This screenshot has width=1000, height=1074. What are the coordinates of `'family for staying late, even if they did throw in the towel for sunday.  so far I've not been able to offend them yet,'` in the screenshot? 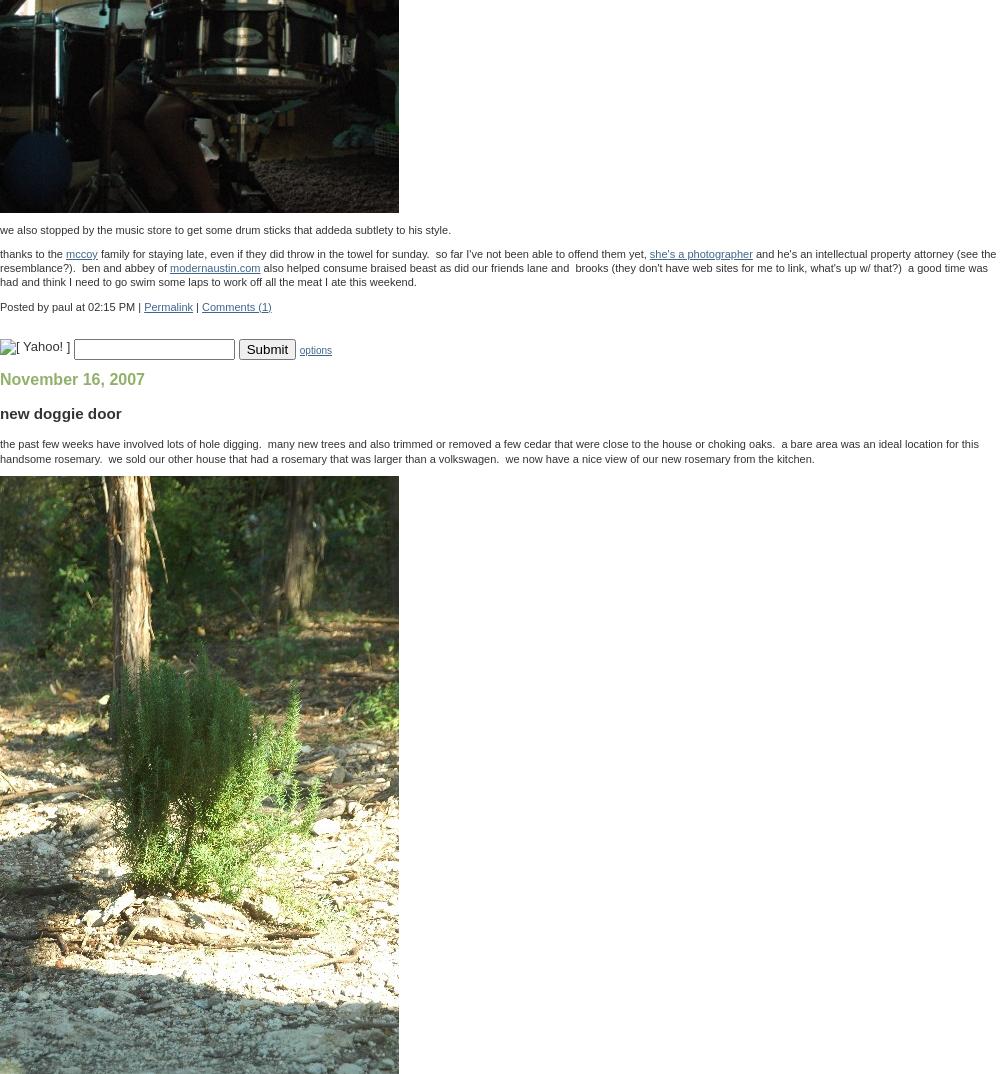 It's located at (372, 252).